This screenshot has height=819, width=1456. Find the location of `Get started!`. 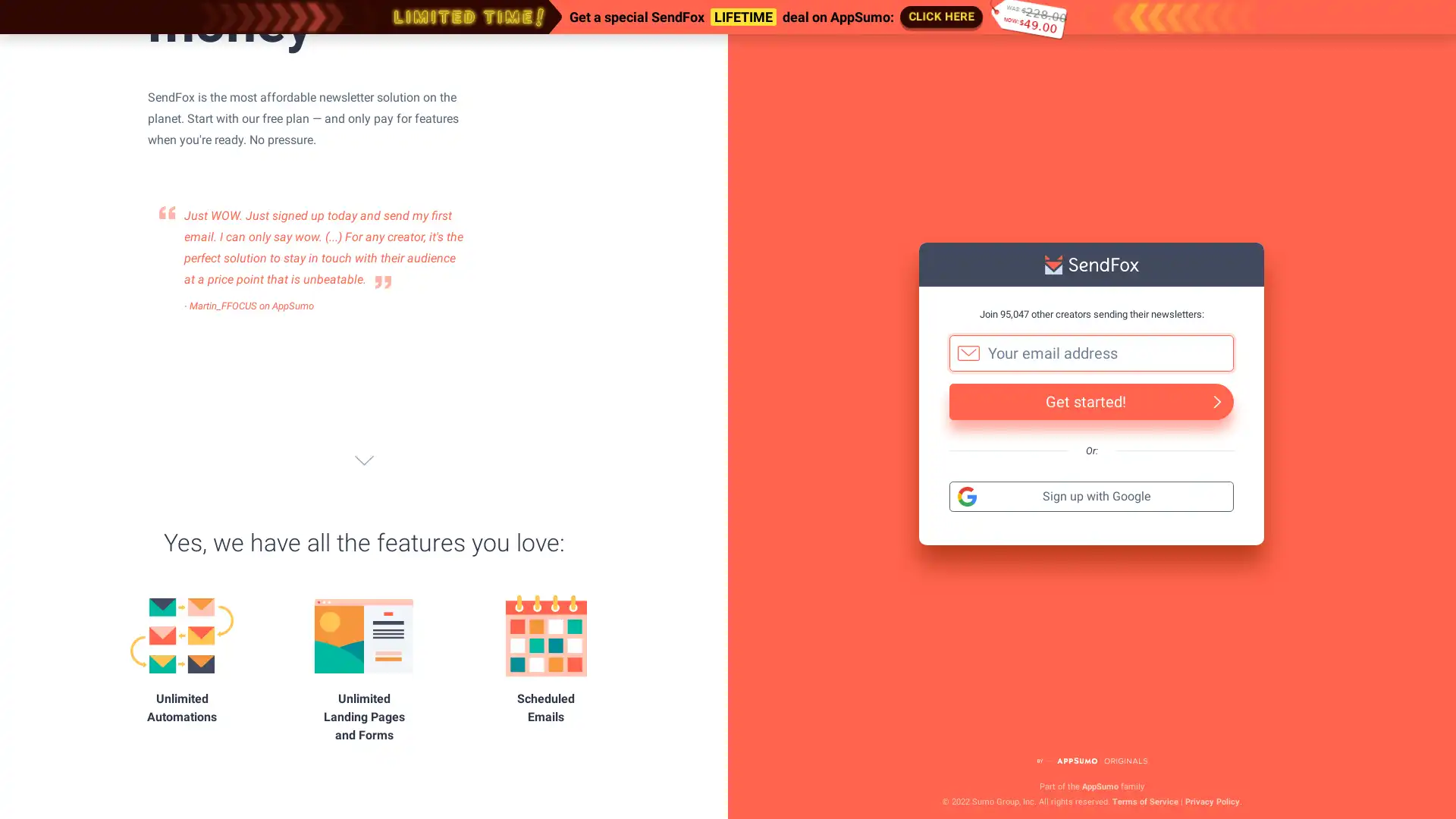

Get started! is located at coordinates (1090, 400).